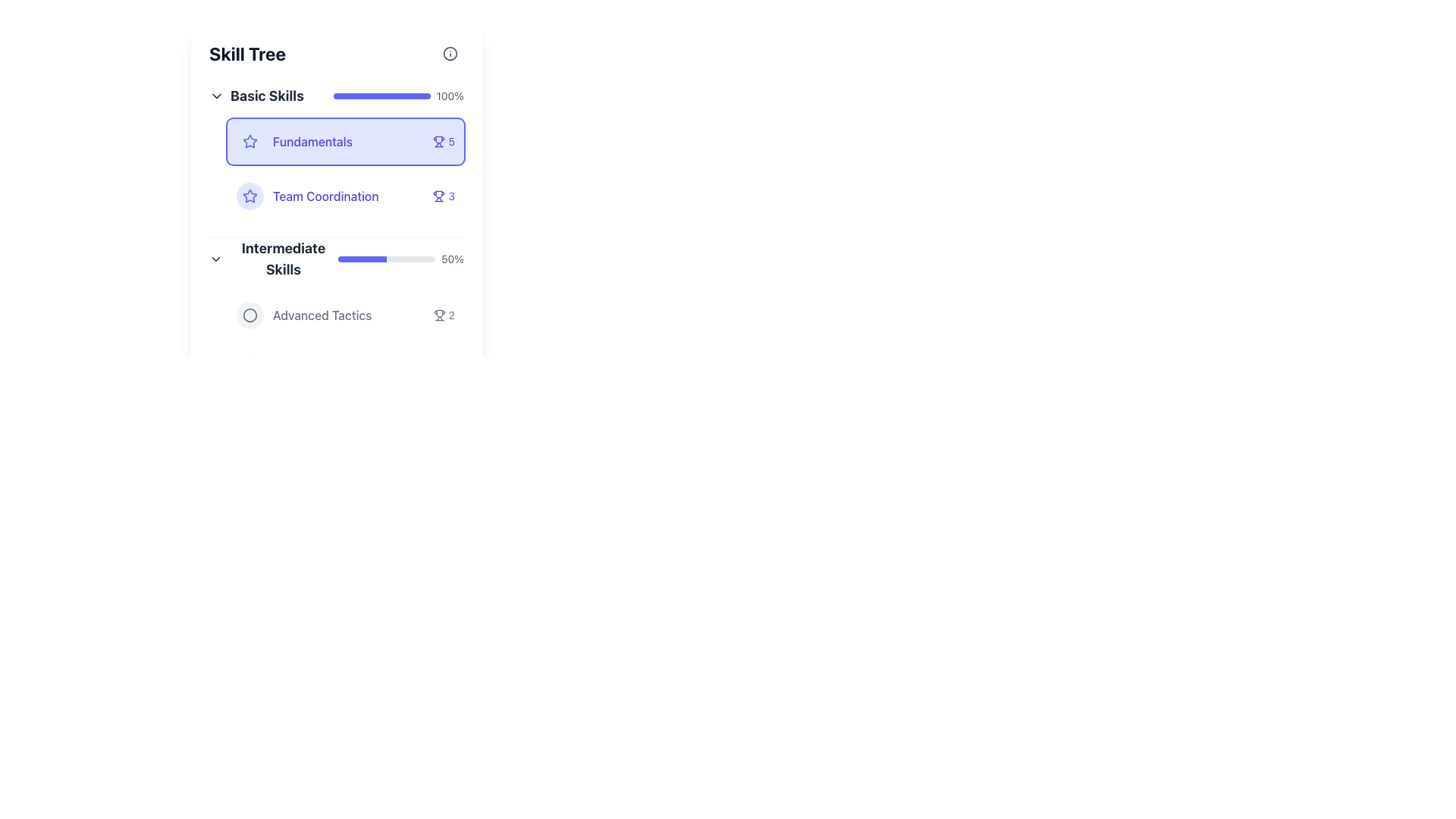  I want to click on the text label in the 'Skill Tree' interface that corresponds to the second item under the 'Basic Skills' section, located between a star icon and a numerical indicator, so click(325, 195).